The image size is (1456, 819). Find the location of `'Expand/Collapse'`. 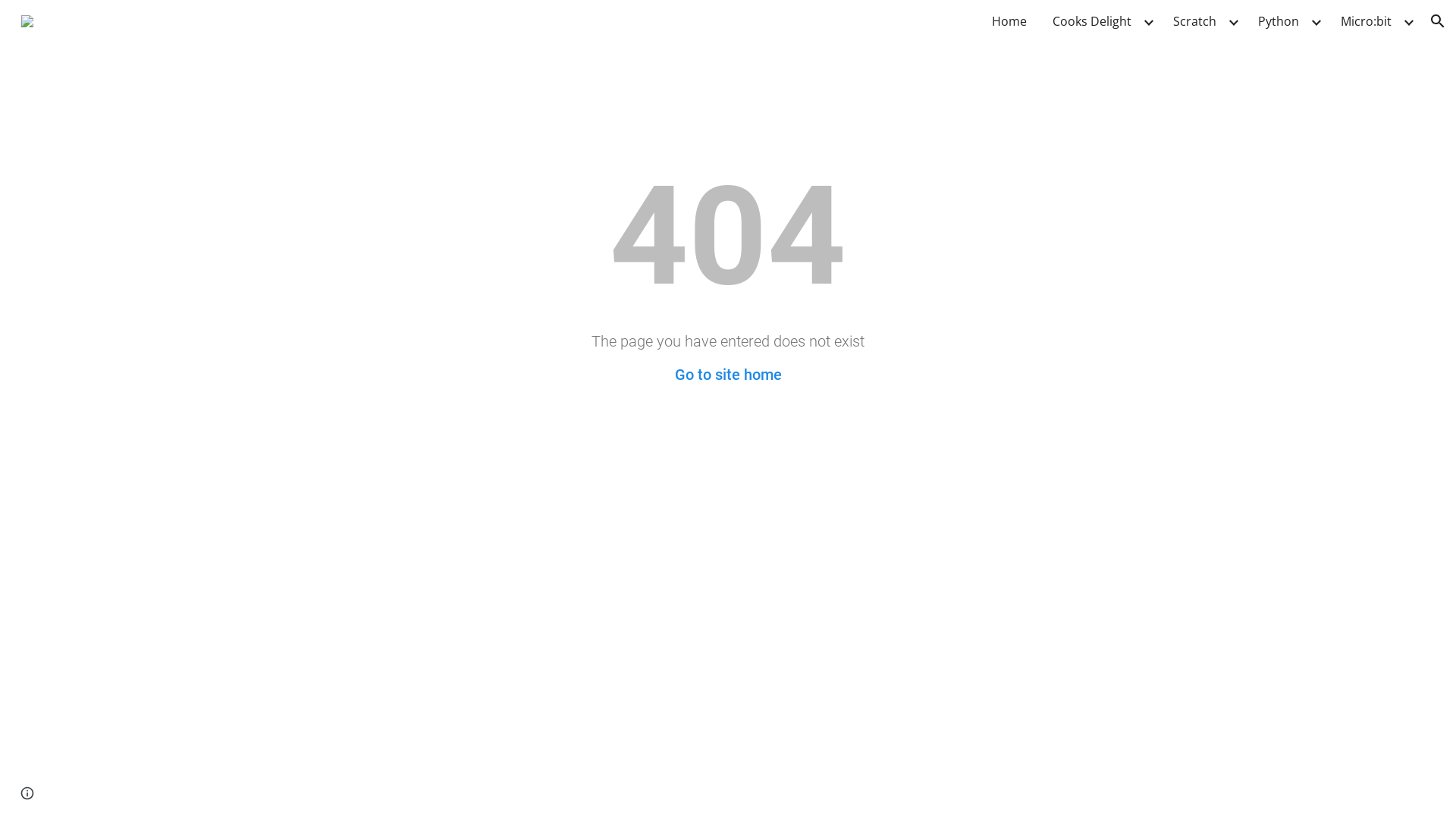

'Expand/Collapse' is located at coordinates (1407, 20).